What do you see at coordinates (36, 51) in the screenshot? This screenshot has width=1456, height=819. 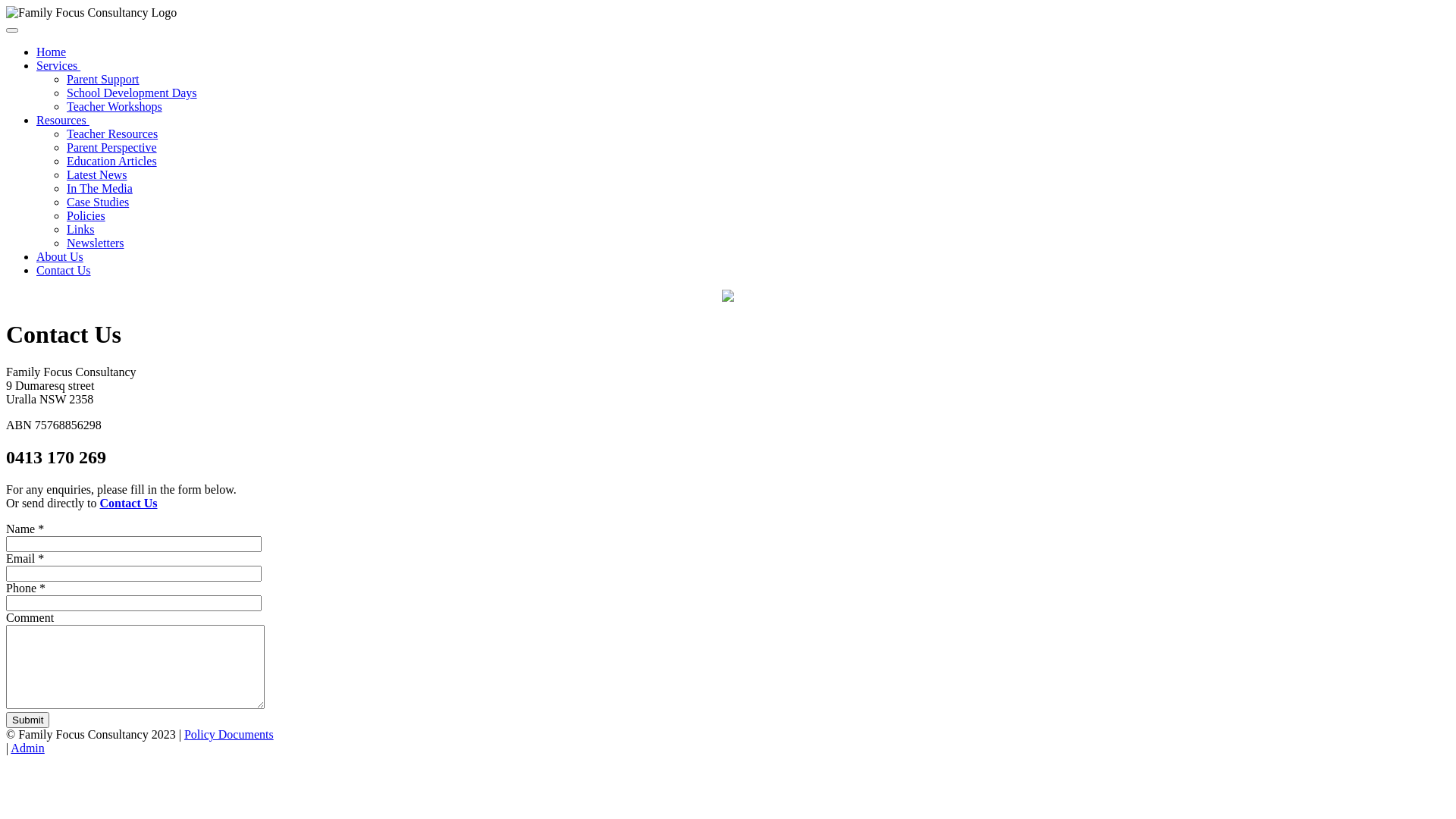 I see `'Home'` at bounding box center [36, 51].